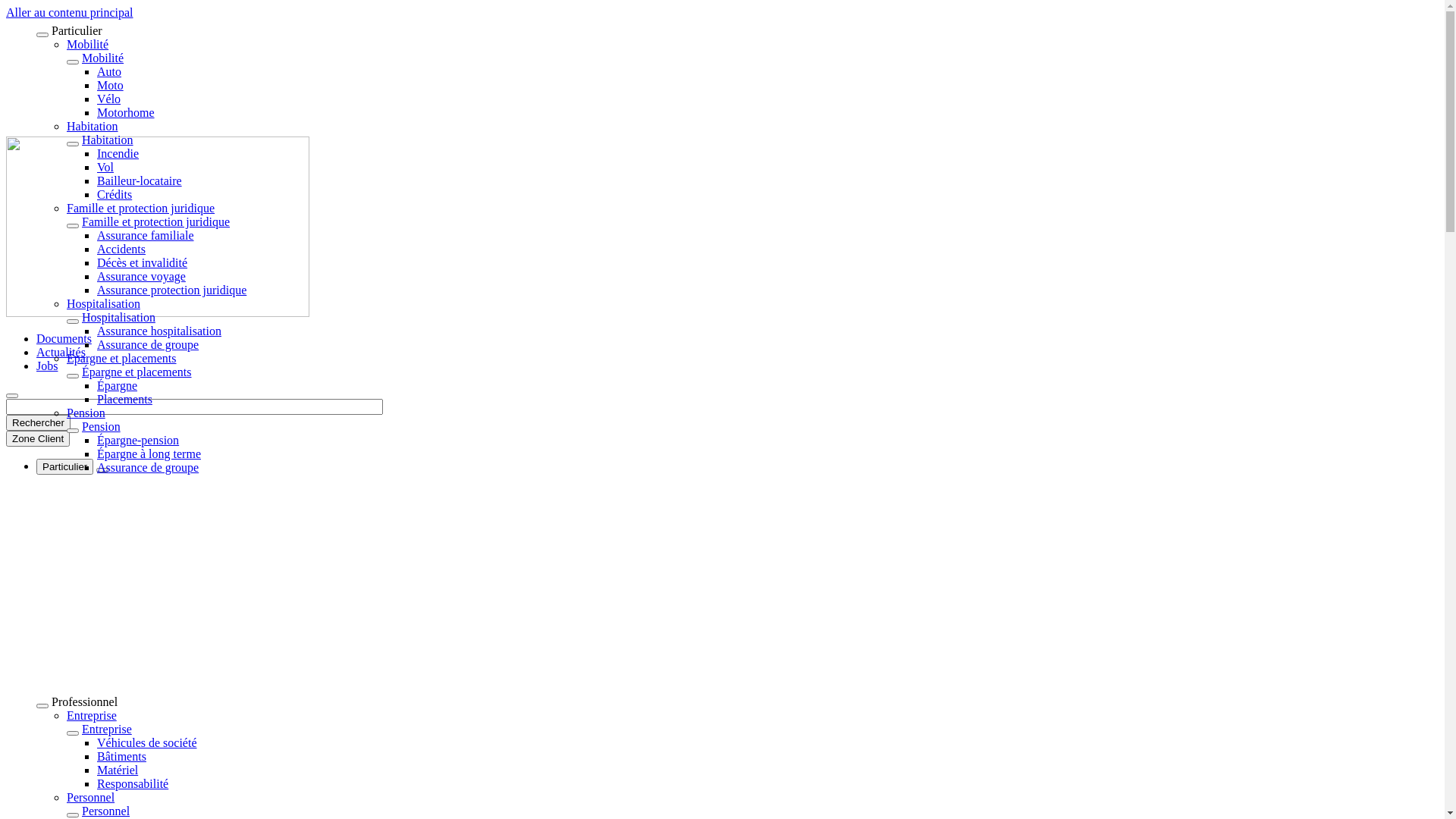  What do you see at coordinates (38, 422) in the screenshot?
I see `'Rechercher'` at bounding box center [38, 422].